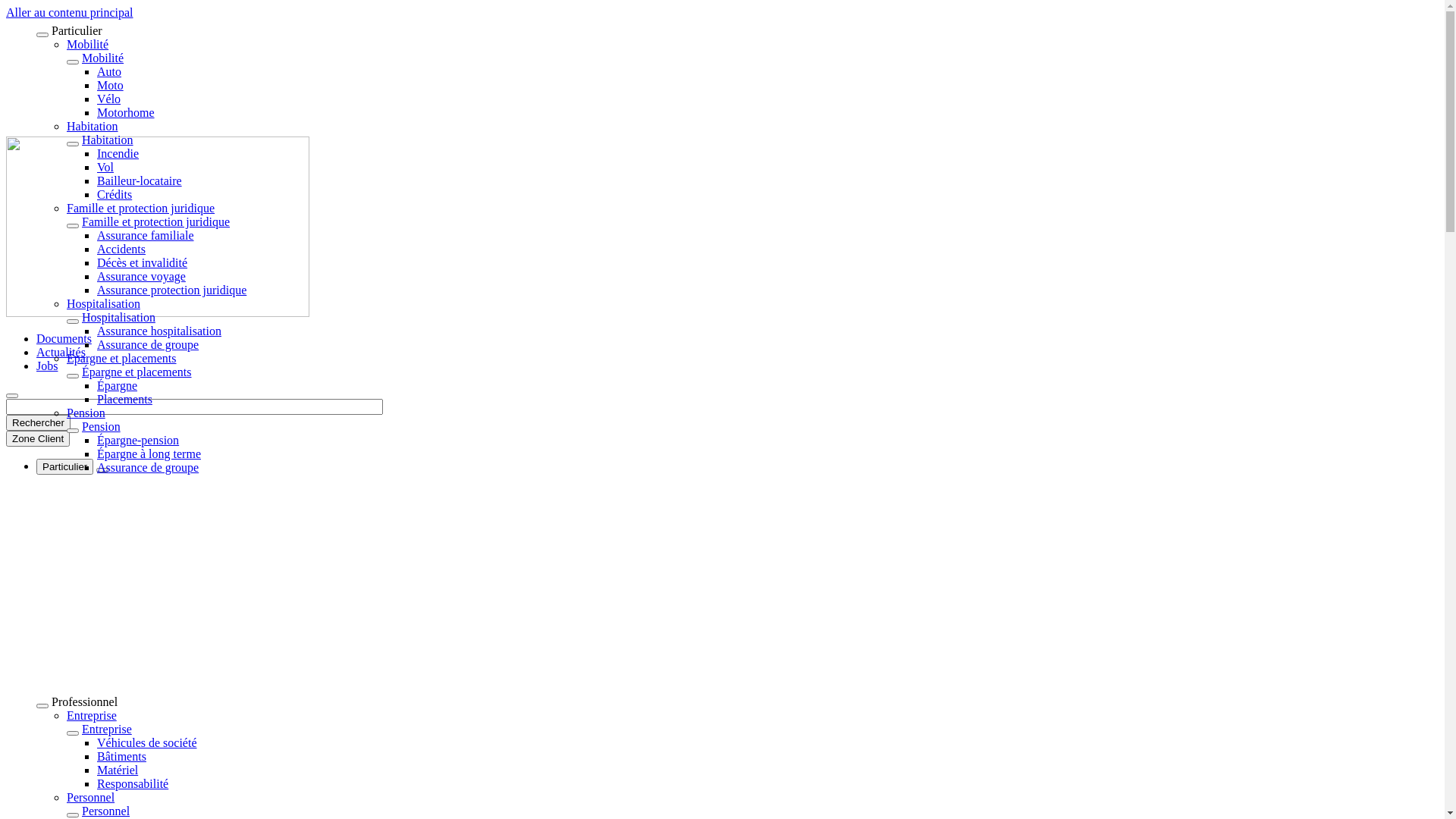  What do you see at coordinates (38, 422) in the screenshot?
I see `'Rechercher'` at bounding box center [38, 422].